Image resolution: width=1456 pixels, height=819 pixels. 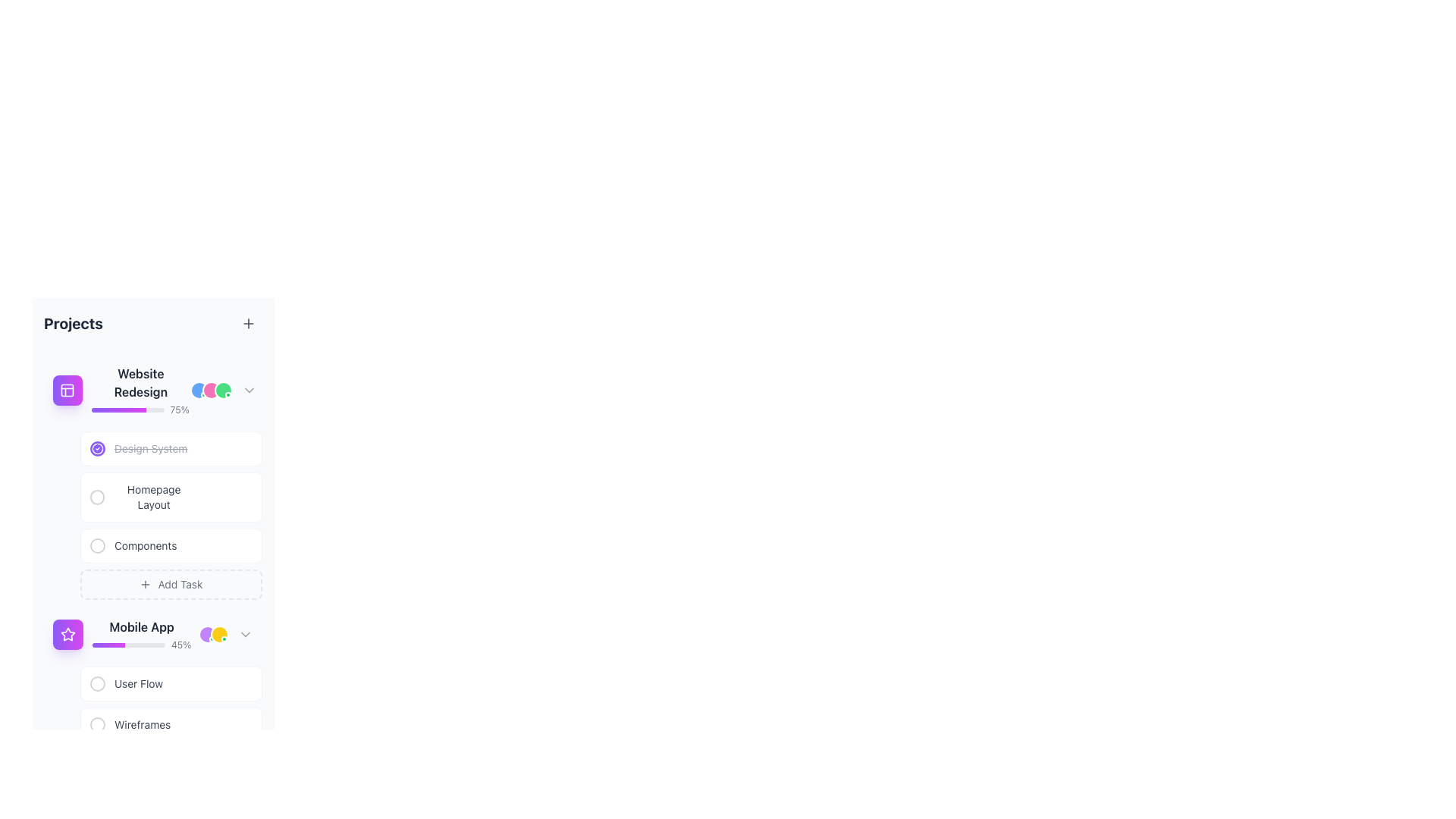 What do you see at coordinates (152, 476) in the screenshot?
I see `the list item element titled 'Homepage Layout'` at bounding box center [152, 476].